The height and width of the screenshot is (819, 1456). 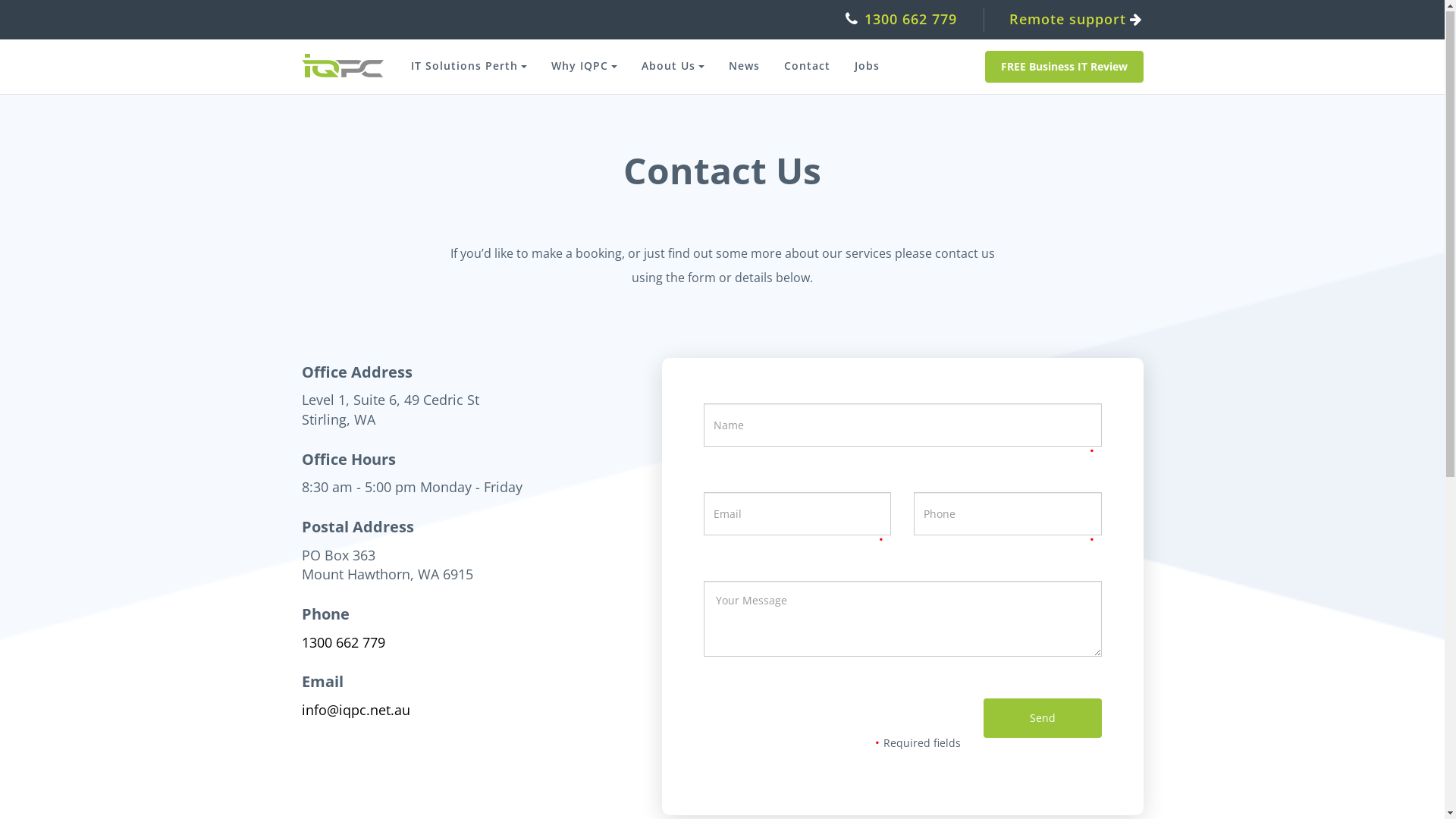 I want to click on 'Why IQPC', so click(x=548, y=66).